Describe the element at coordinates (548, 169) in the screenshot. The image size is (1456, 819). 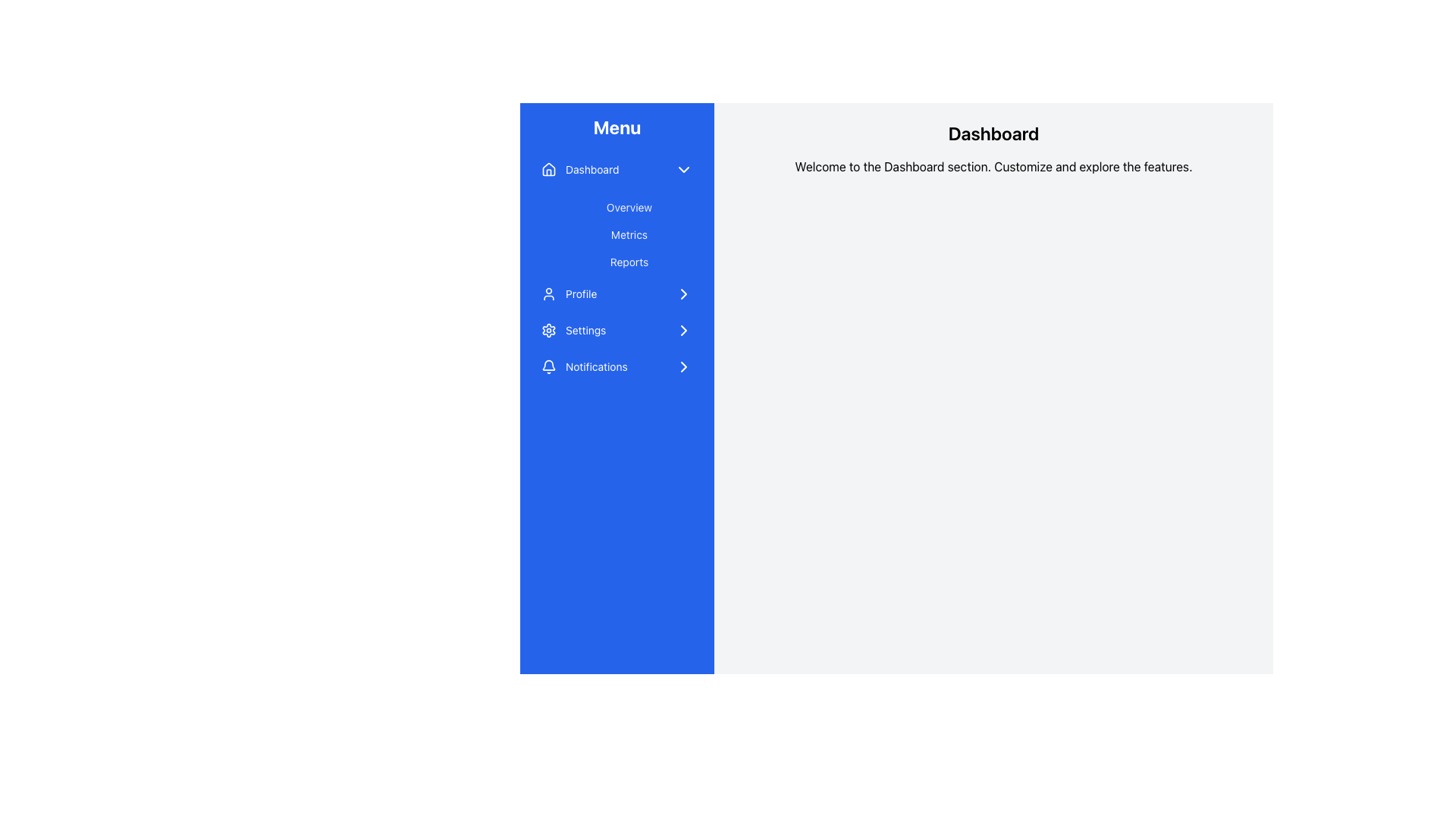
I see `the house icon representing the 'Dashboard' menu option located at the top of the vertical menu panel on the left side of the interface` at that location.